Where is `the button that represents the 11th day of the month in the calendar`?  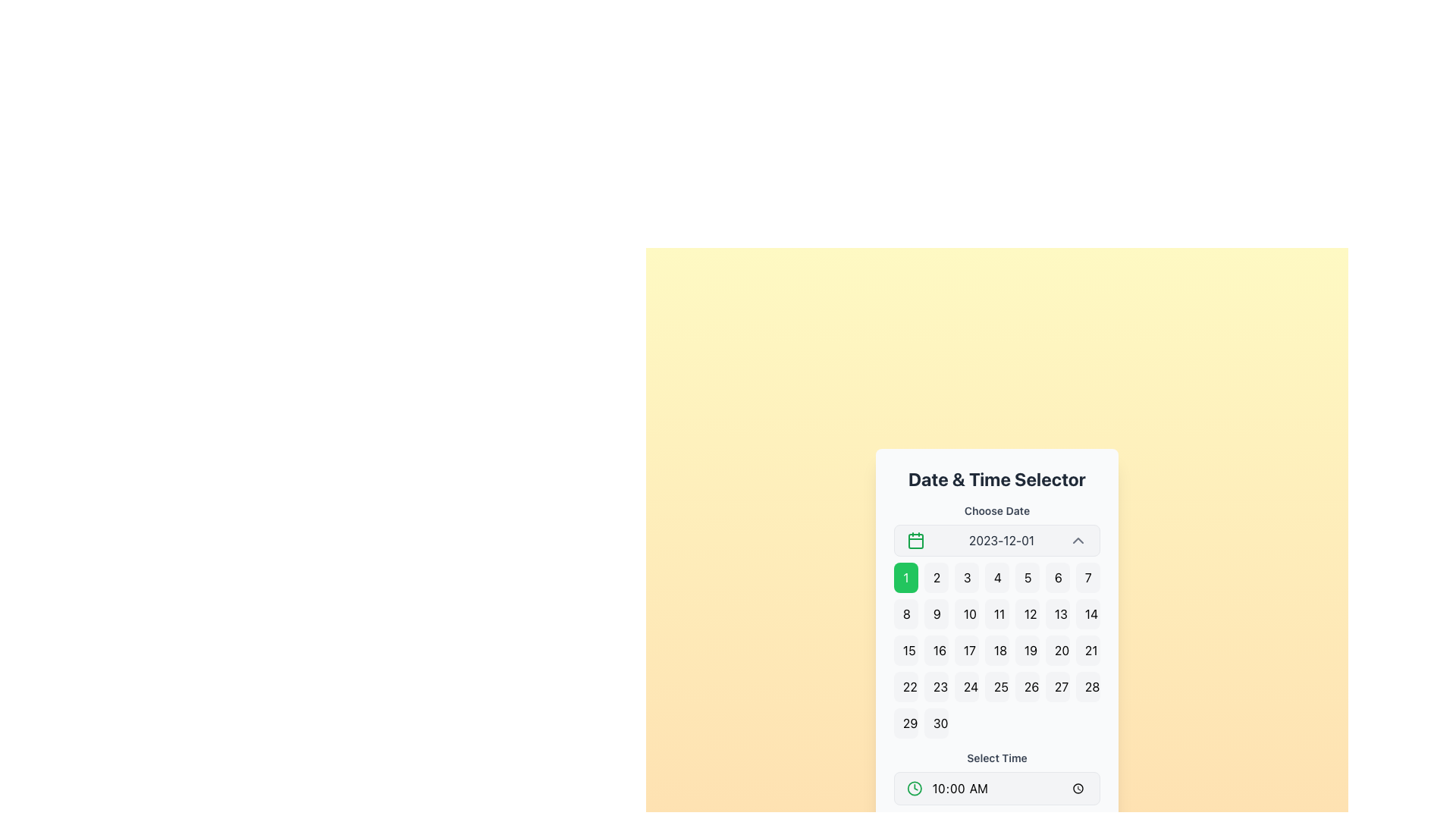 the button that represents the 11th day of the month in the calendar is located at coordinates (997, 614).